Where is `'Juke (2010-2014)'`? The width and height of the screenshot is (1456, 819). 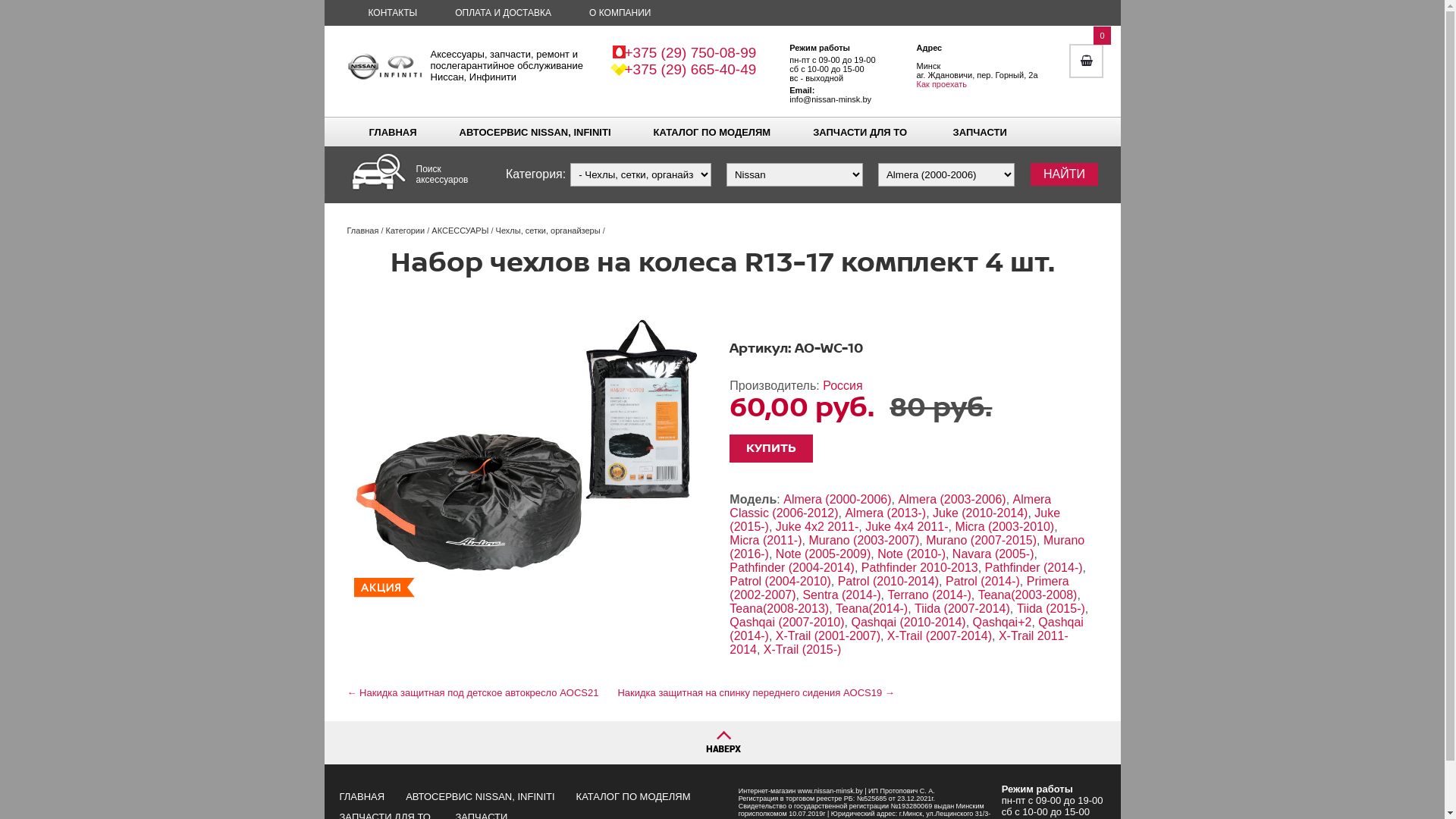 'Juke (2010-2014)' is located at coordinates (980, 512).